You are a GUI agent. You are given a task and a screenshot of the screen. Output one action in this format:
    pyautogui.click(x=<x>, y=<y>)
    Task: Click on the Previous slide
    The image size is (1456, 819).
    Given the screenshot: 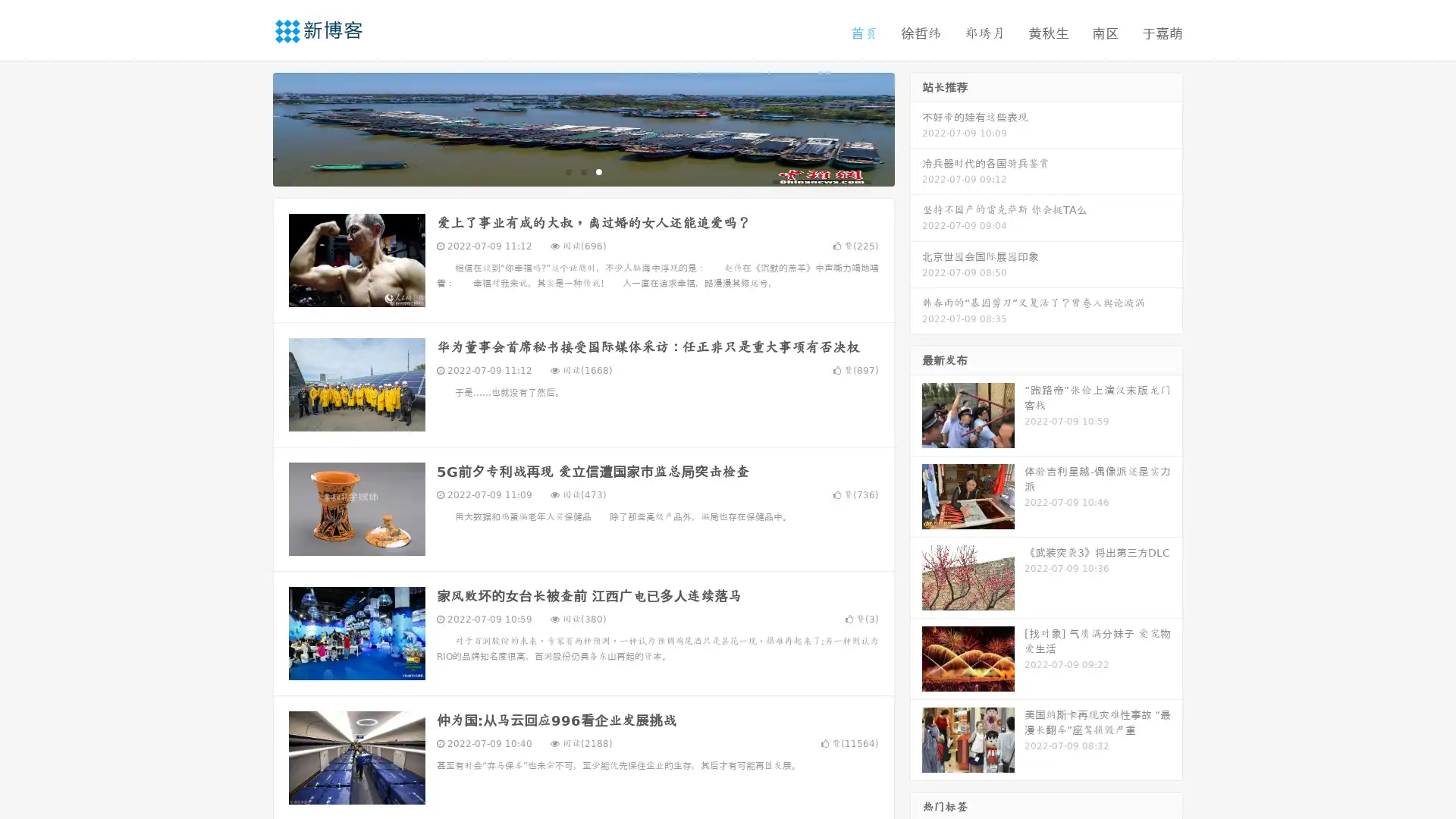 What is the action you would take?
    pyautogui.click(x=250, y=127)
    